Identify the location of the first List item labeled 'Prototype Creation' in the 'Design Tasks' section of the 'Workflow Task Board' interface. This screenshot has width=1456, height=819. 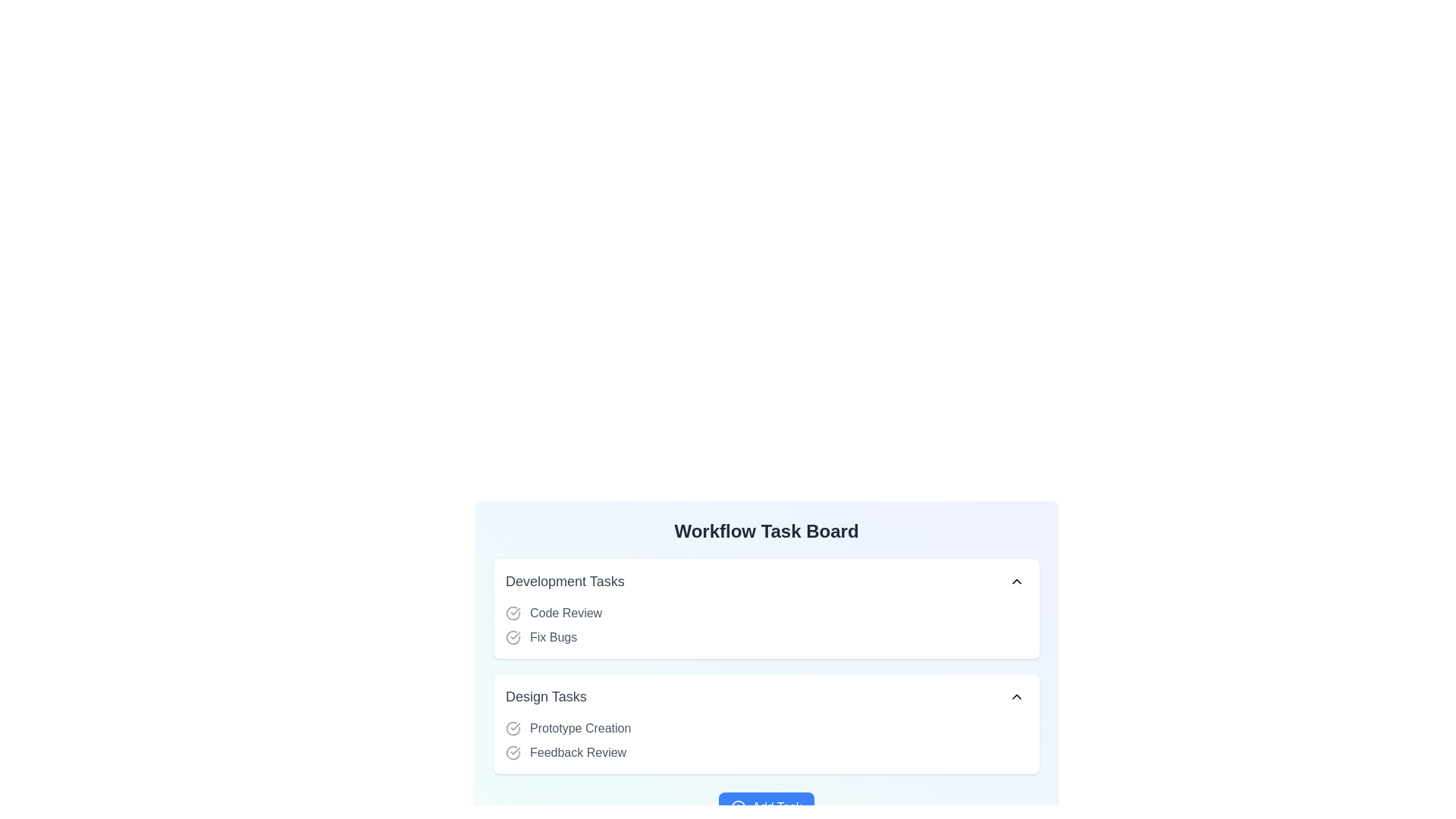
(767, 739).